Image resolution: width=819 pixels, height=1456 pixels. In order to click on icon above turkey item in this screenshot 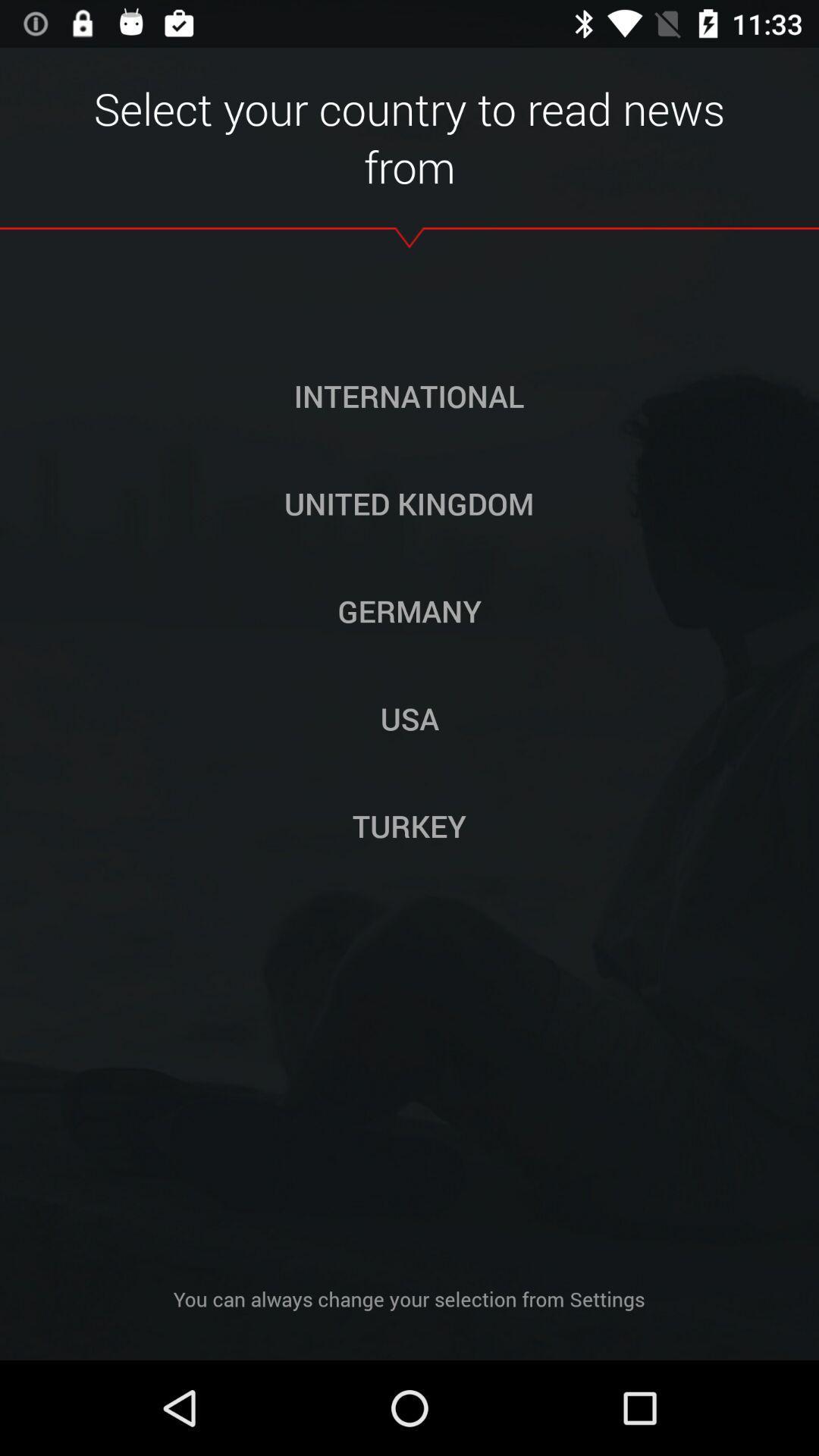, I will do `click(409, 717)`.